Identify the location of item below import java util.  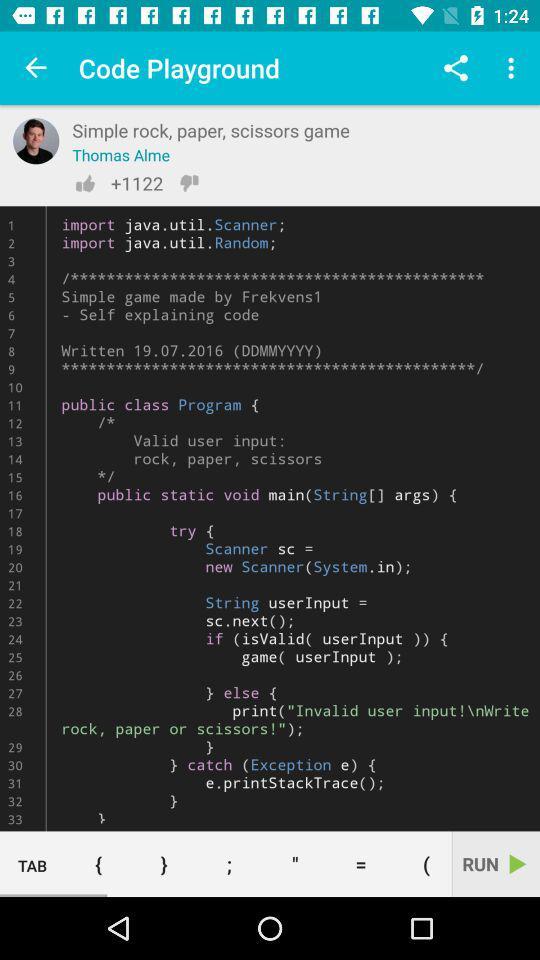
(294, 863).